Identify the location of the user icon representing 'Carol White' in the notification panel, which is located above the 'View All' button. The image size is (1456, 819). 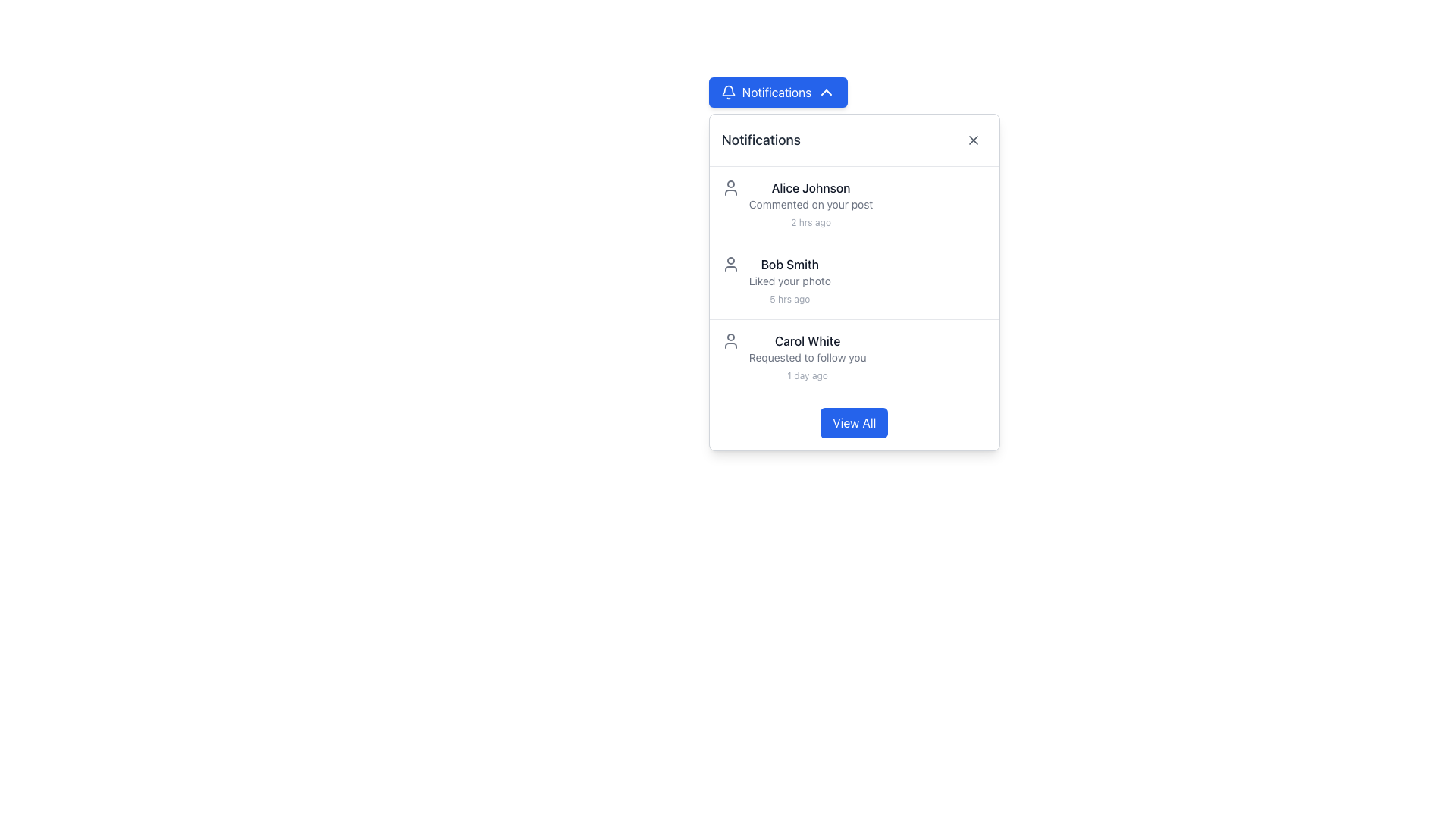
(730, 341).